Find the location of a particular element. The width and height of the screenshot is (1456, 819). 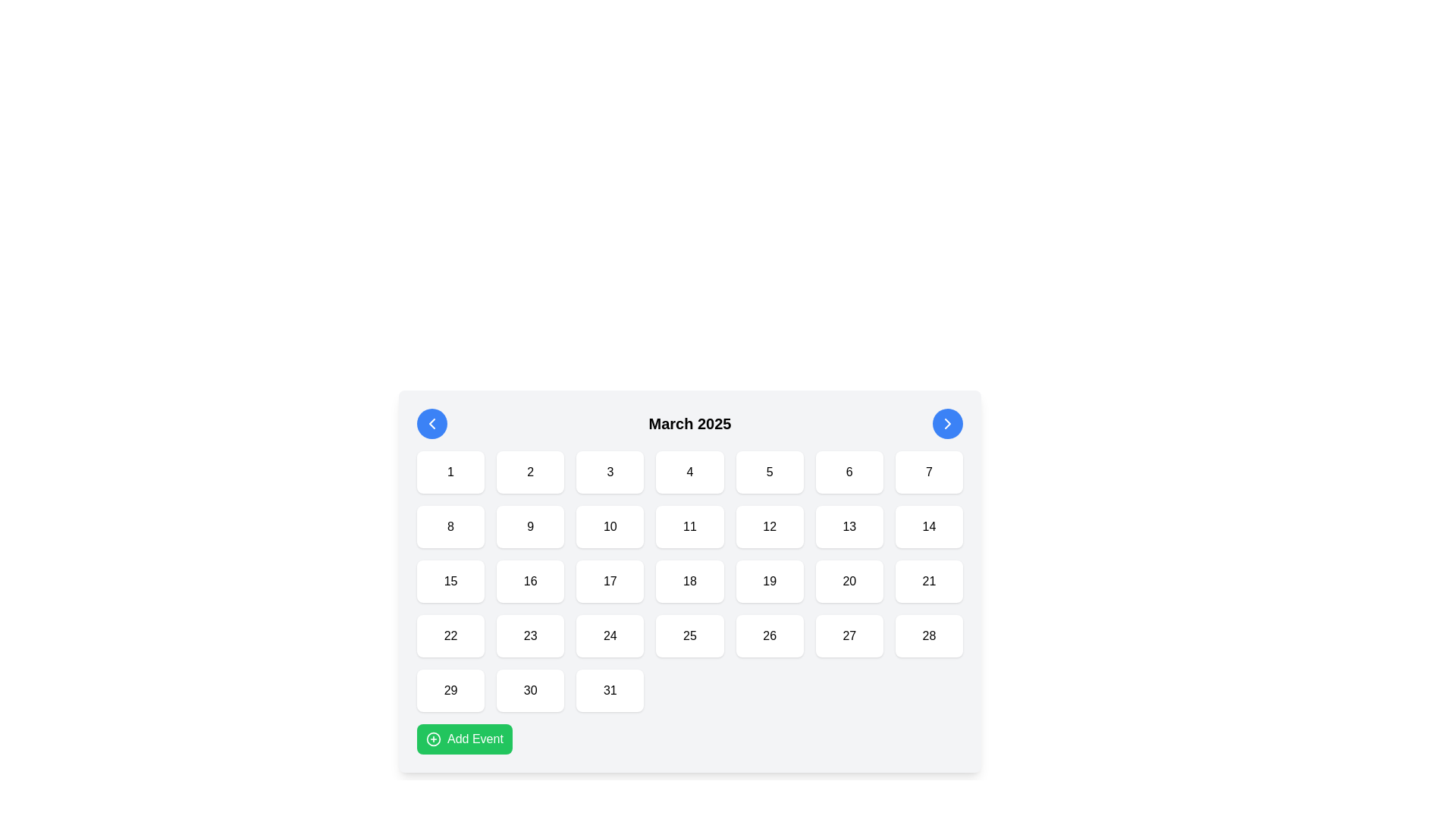

a specific day in the calendar grid view that is centrally placed beneath the month header and surrounded by navigational controls is located at coordinates (689, 581).